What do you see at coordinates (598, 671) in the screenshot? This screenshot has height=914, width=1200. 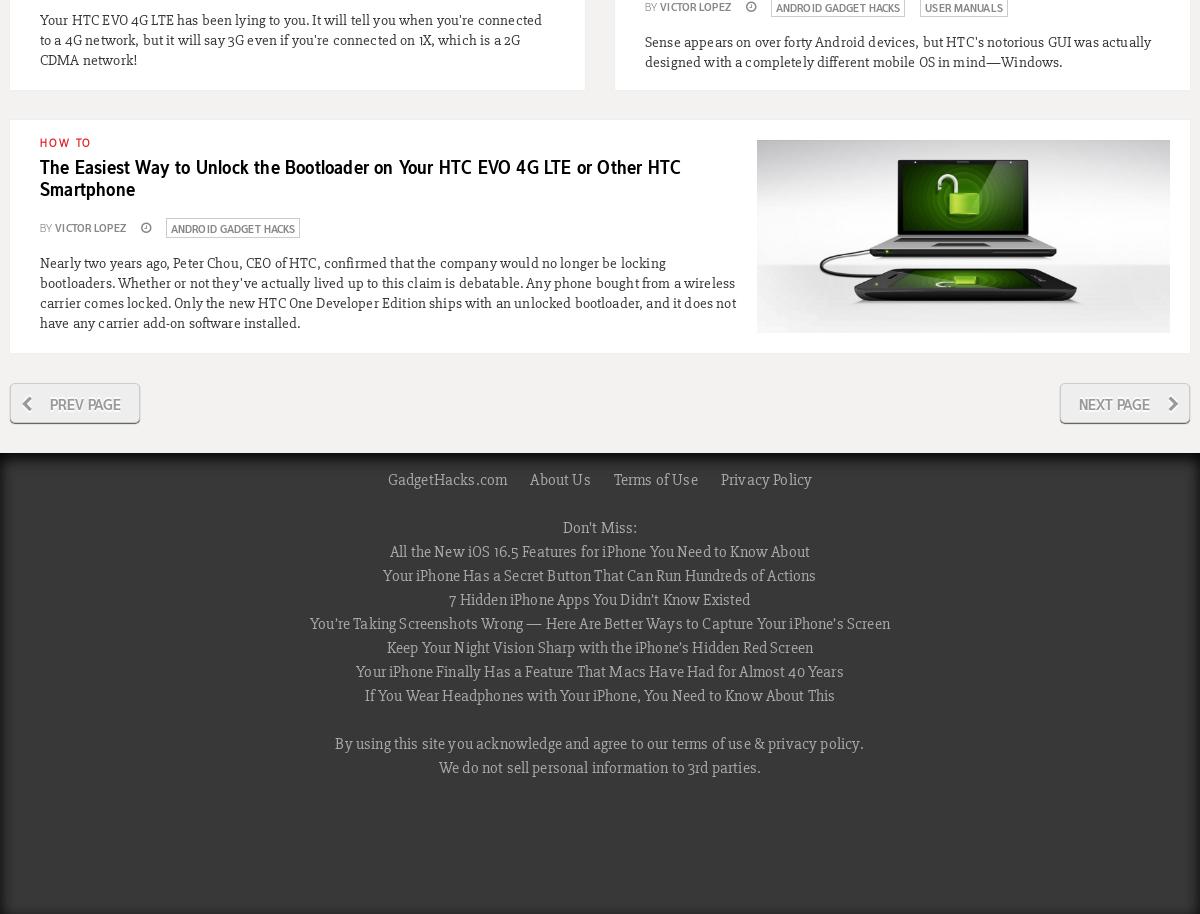 I see `'Your iPhone Finally Has a Feature That Macs Have Had for Almost 40 Years'` at bounding box center [598, 671].